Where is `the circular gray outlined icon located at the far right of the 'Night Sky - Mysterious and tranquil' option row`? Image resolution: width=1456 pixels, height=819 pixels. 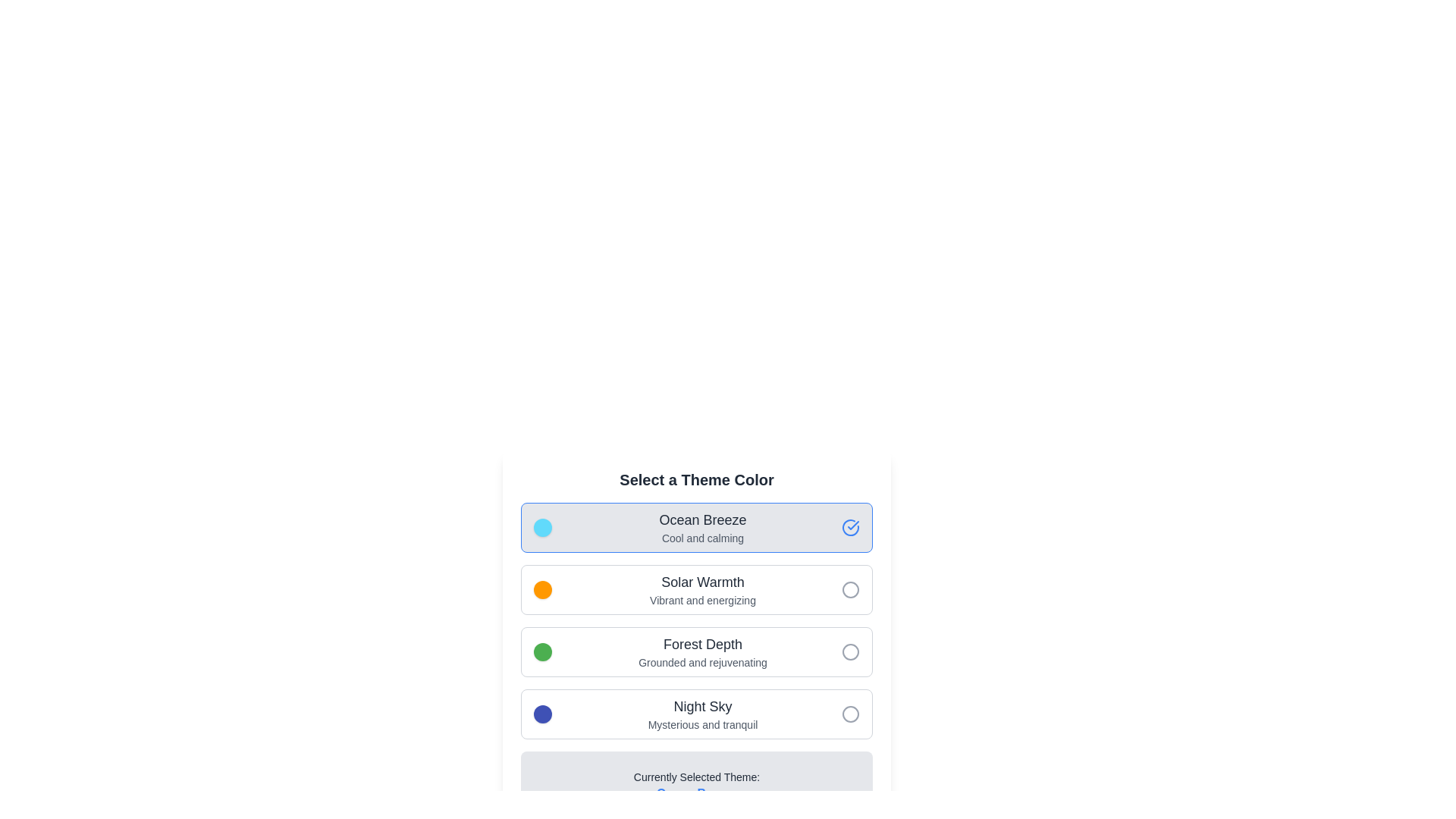 the circular gray outlined icon located at the far right of the 'Night Sky - Mysterious and tranquil' option row is located at coordinates (851, 714).